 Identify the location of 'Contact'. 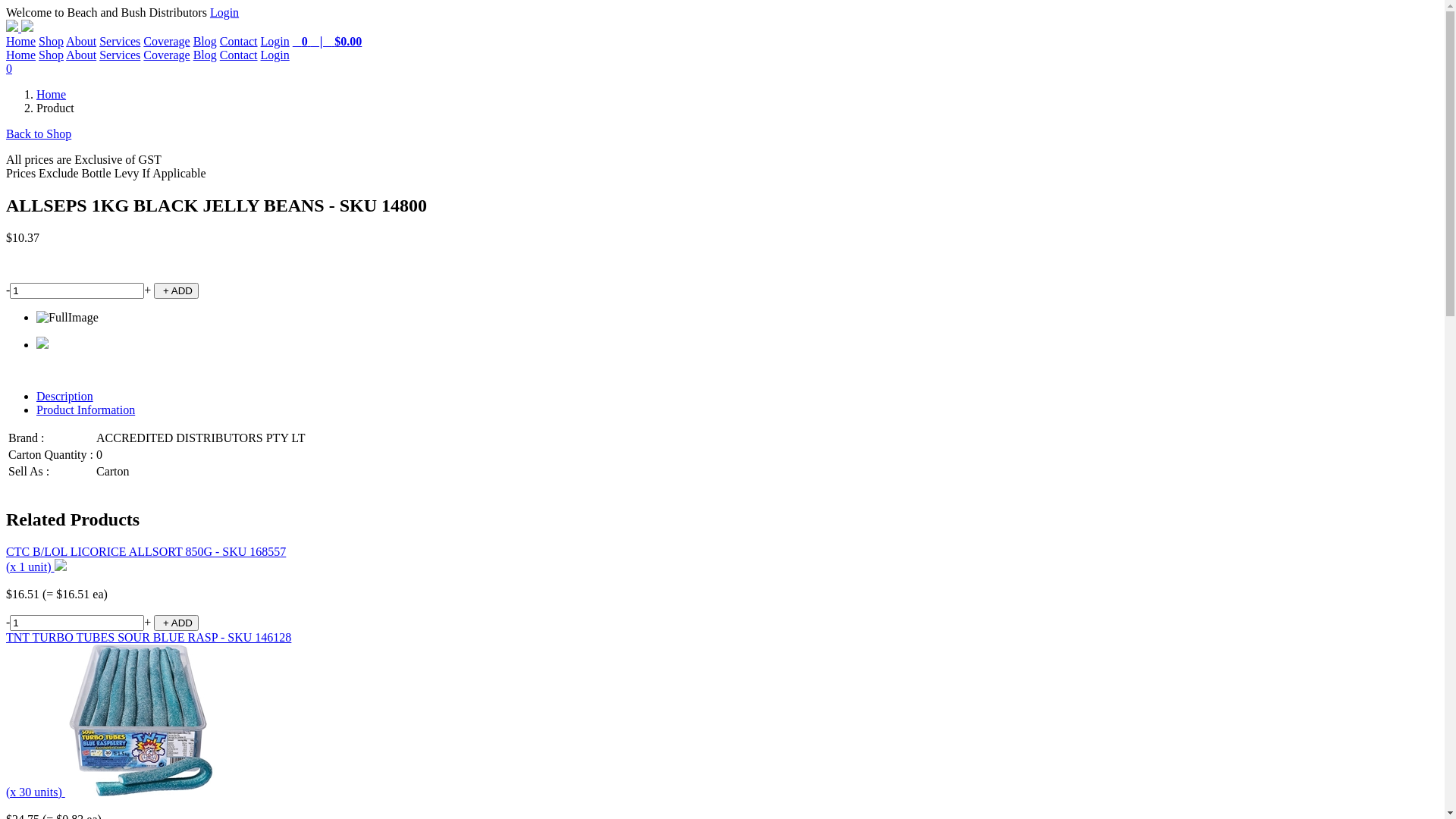
(238, 40).